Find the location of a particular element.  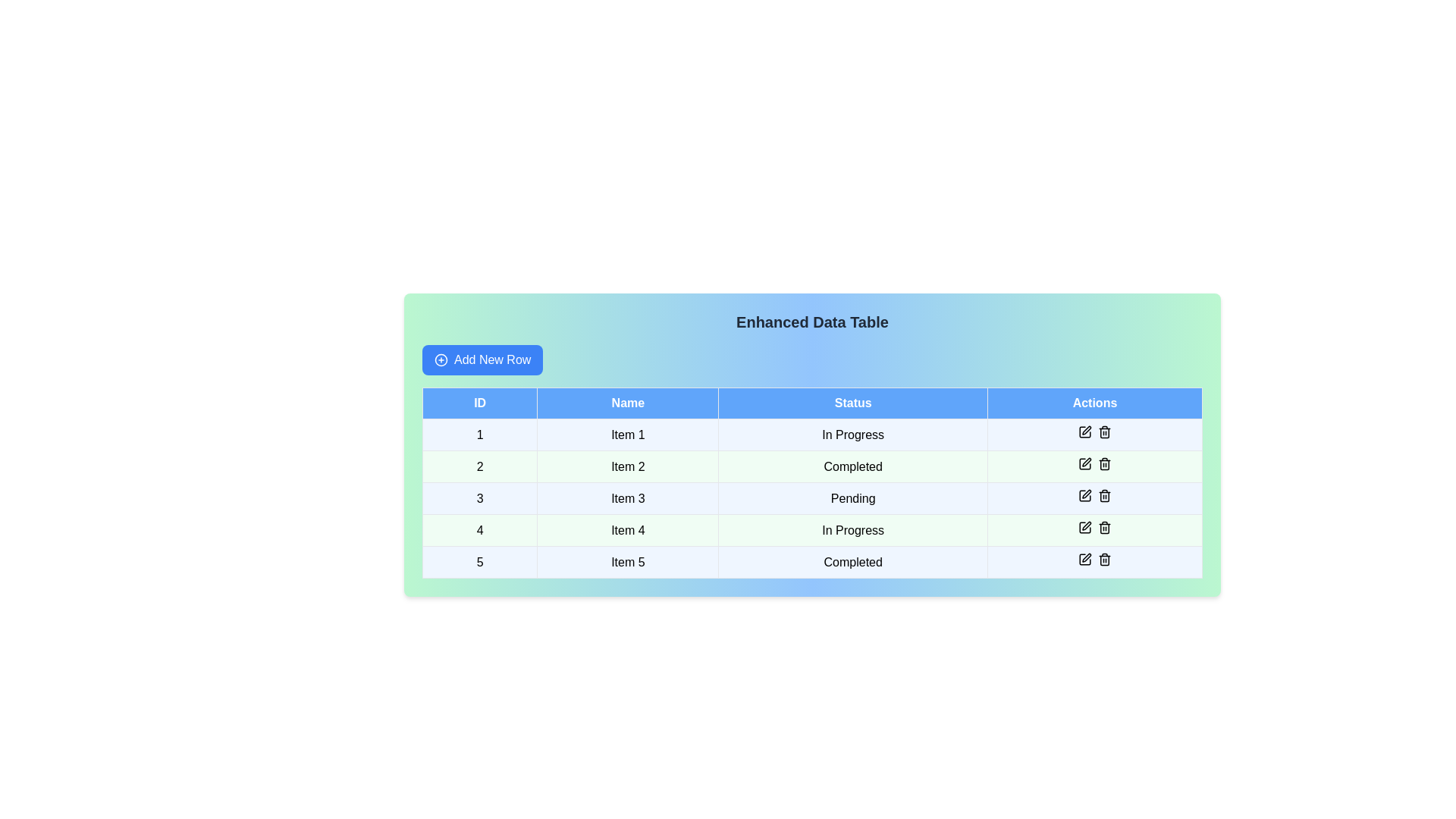

the SVG pen and paper icon located in the top right corner of the 'Actions' column for 'Item 1' in the 'Enhanced Data Table' to initiate editing is located at coordinates (1084, 432).